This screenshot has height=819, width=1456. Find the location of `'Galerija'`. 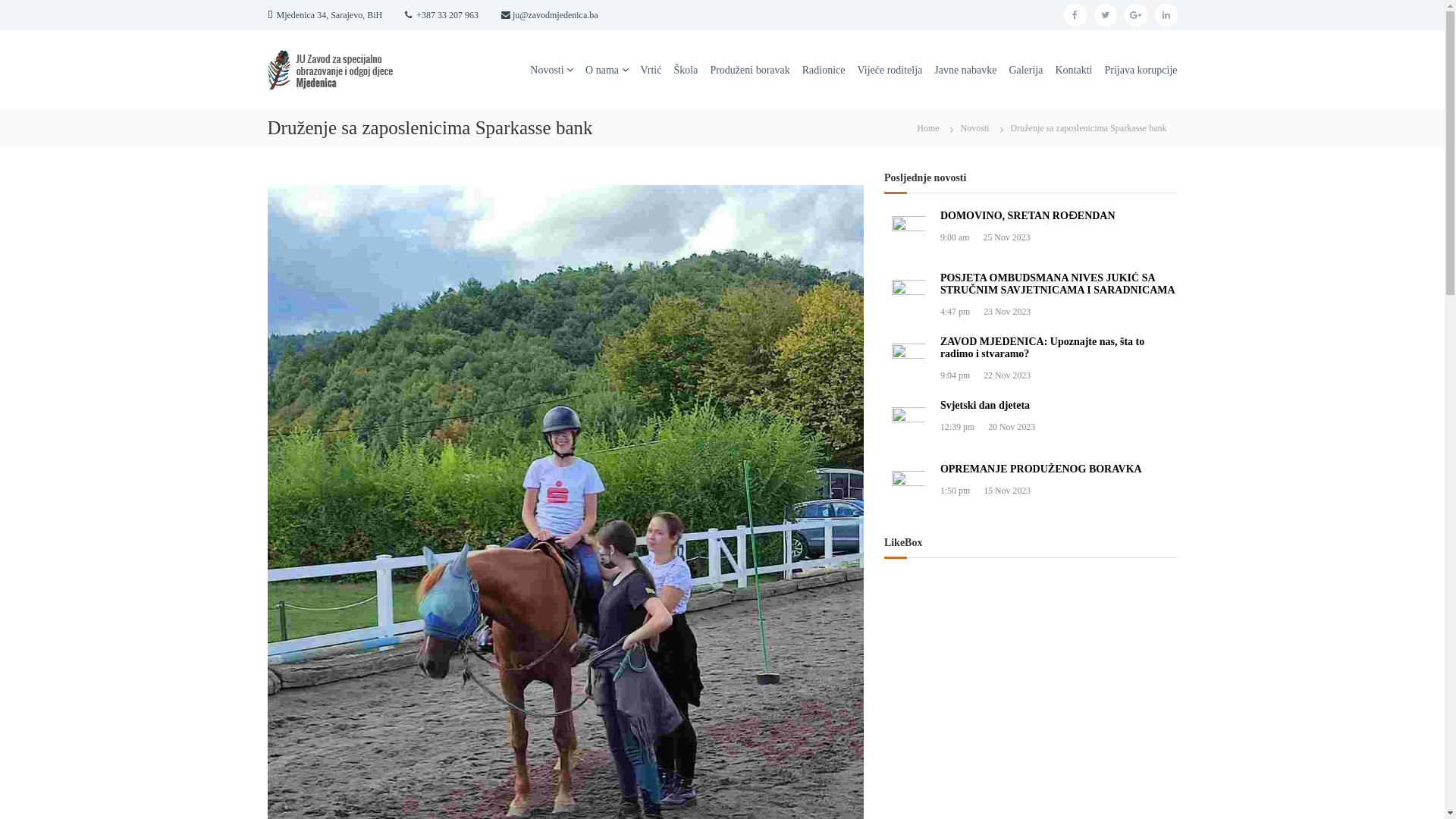

'Galerija' is located at coordinates (1025, 69).